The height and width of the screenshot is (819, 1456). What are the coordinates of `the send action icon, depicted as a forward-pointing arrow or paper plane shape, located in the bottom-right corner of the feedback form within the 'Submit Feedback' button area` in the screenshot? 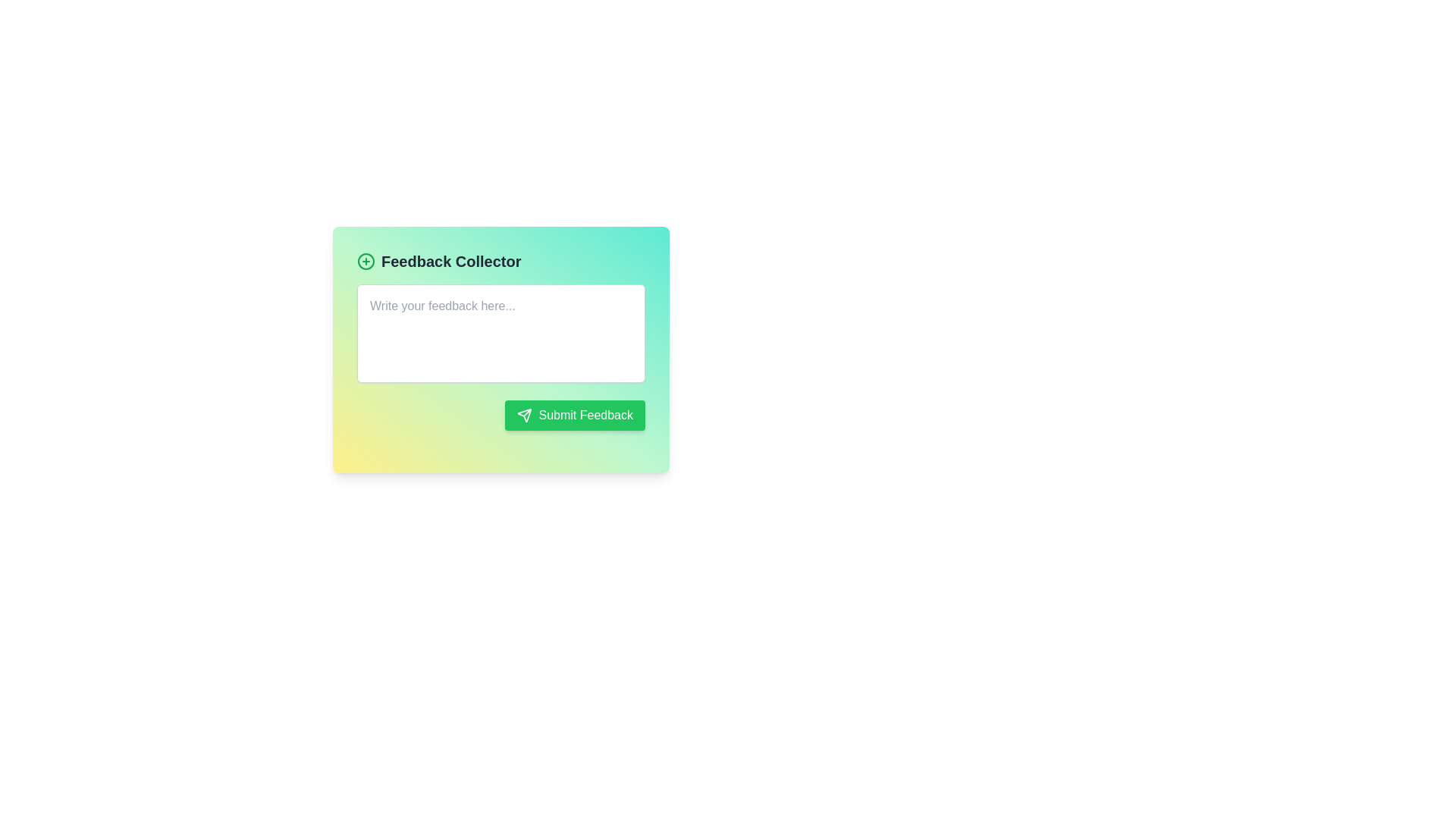 It's located at (525, 415).